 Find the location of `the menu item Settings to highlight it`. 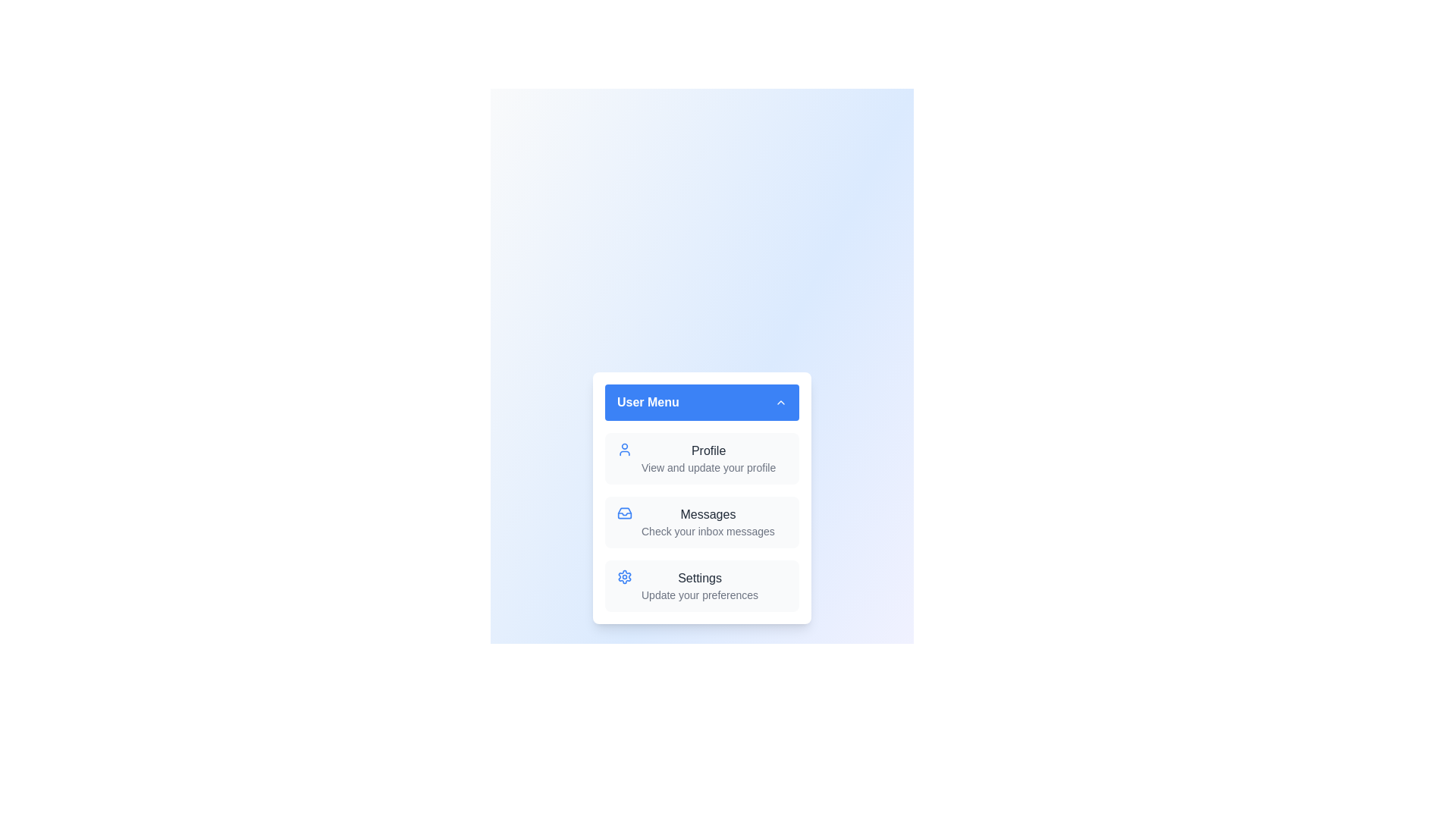

the menu item Settings to highlight it is located at coordinates (701, 585).